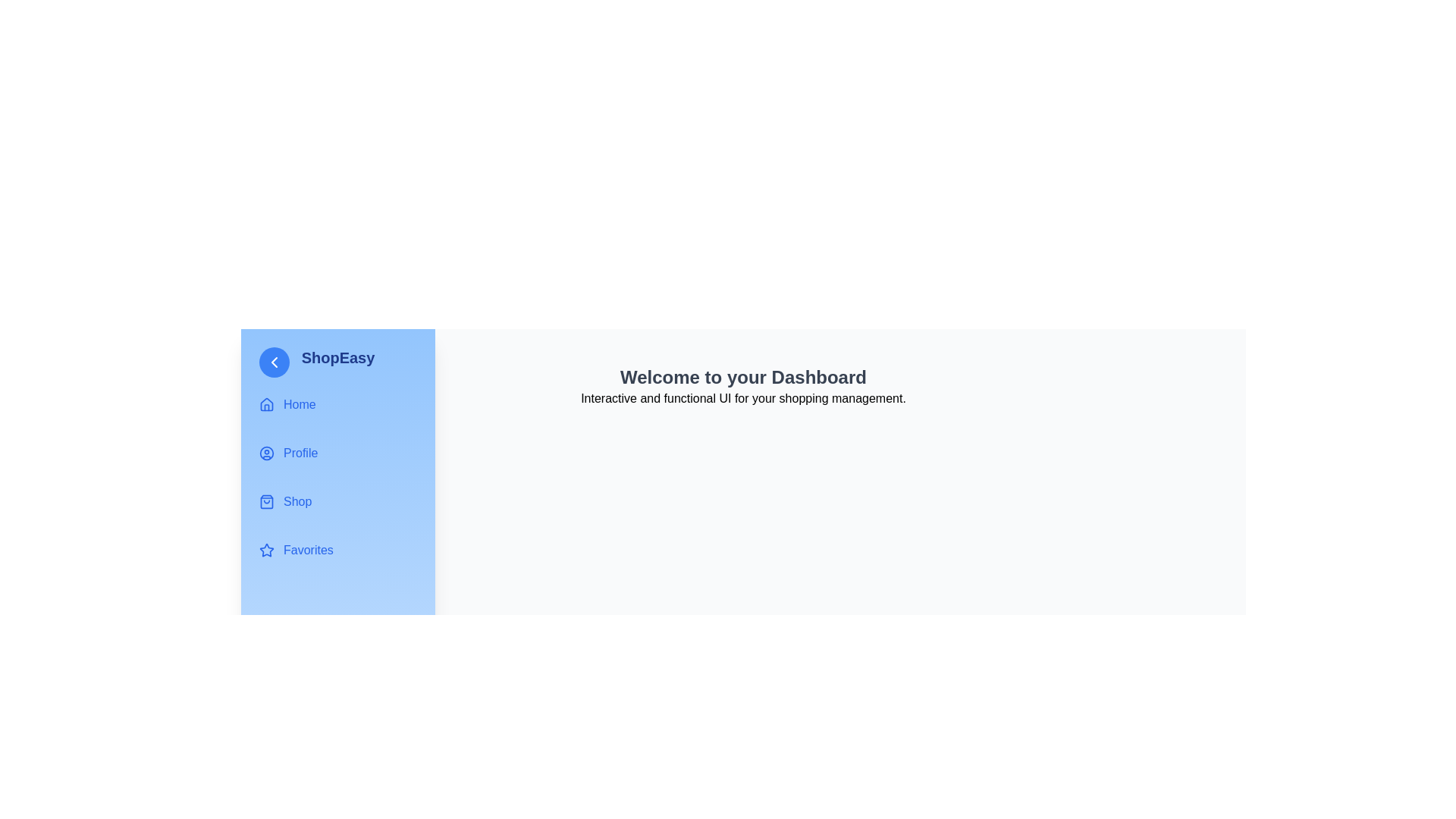 This screenshot has height=819, width=1456. What do you see at coordinates (266, 403) in the screenshot?
I see `the blue house icon in the navigation menu located on the left sidebar` at bounding box center [266, 403].